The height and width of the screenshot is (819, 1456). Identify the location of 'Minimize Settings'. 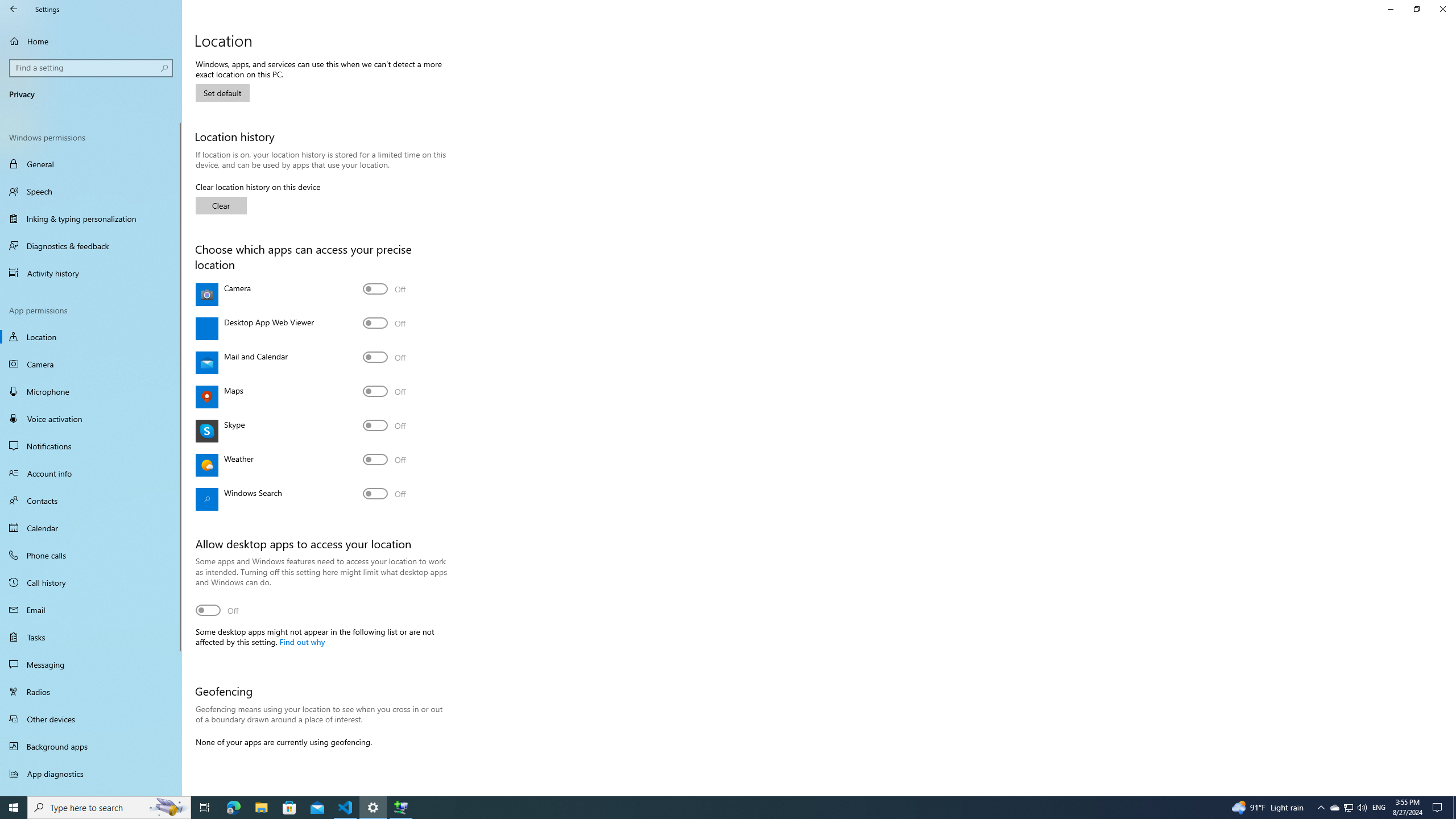
(1389, 9).